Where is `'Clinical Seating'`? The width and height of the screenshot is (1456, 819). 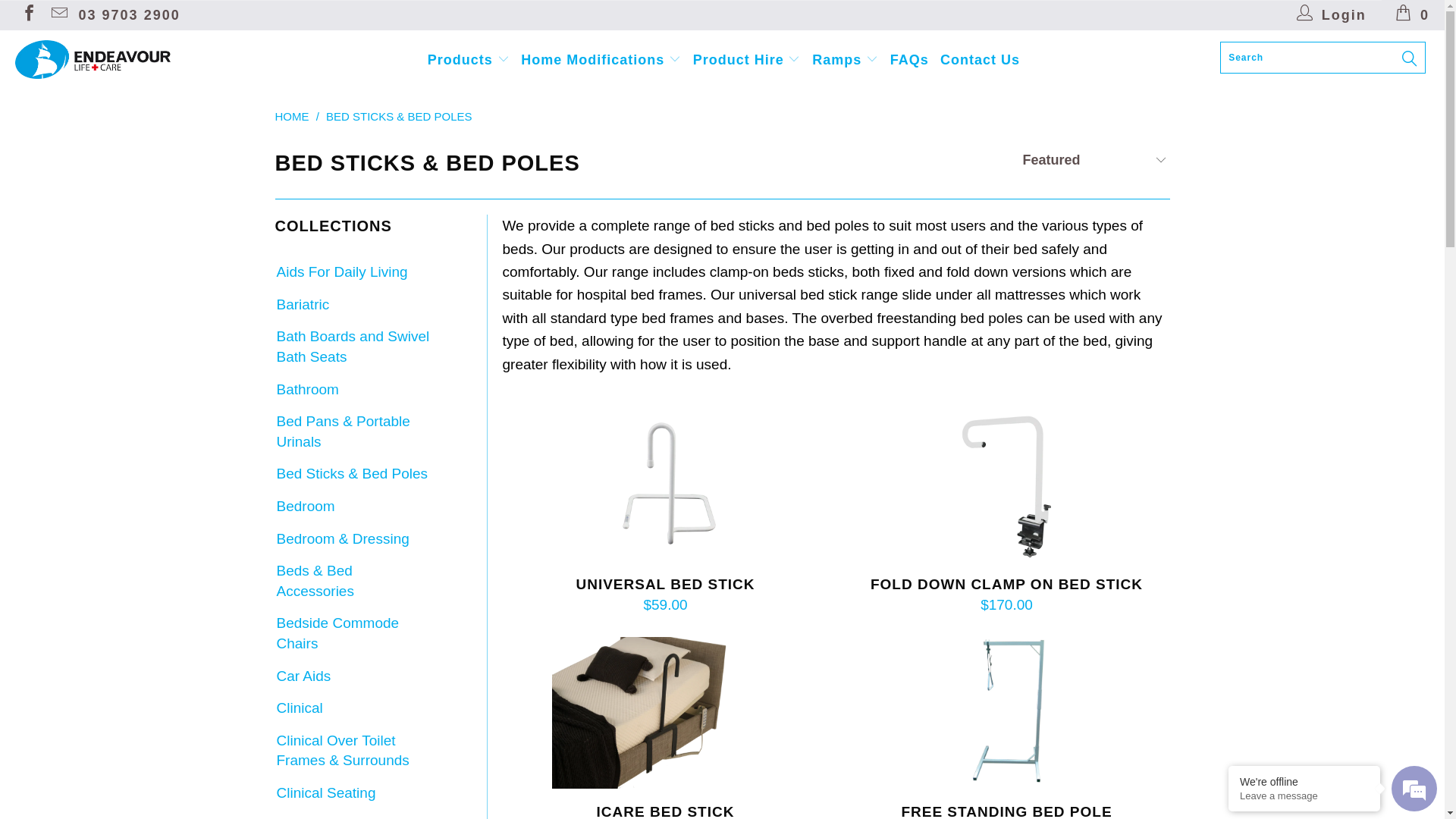
'Clinical Seating' is located at coordinates (274, 792).